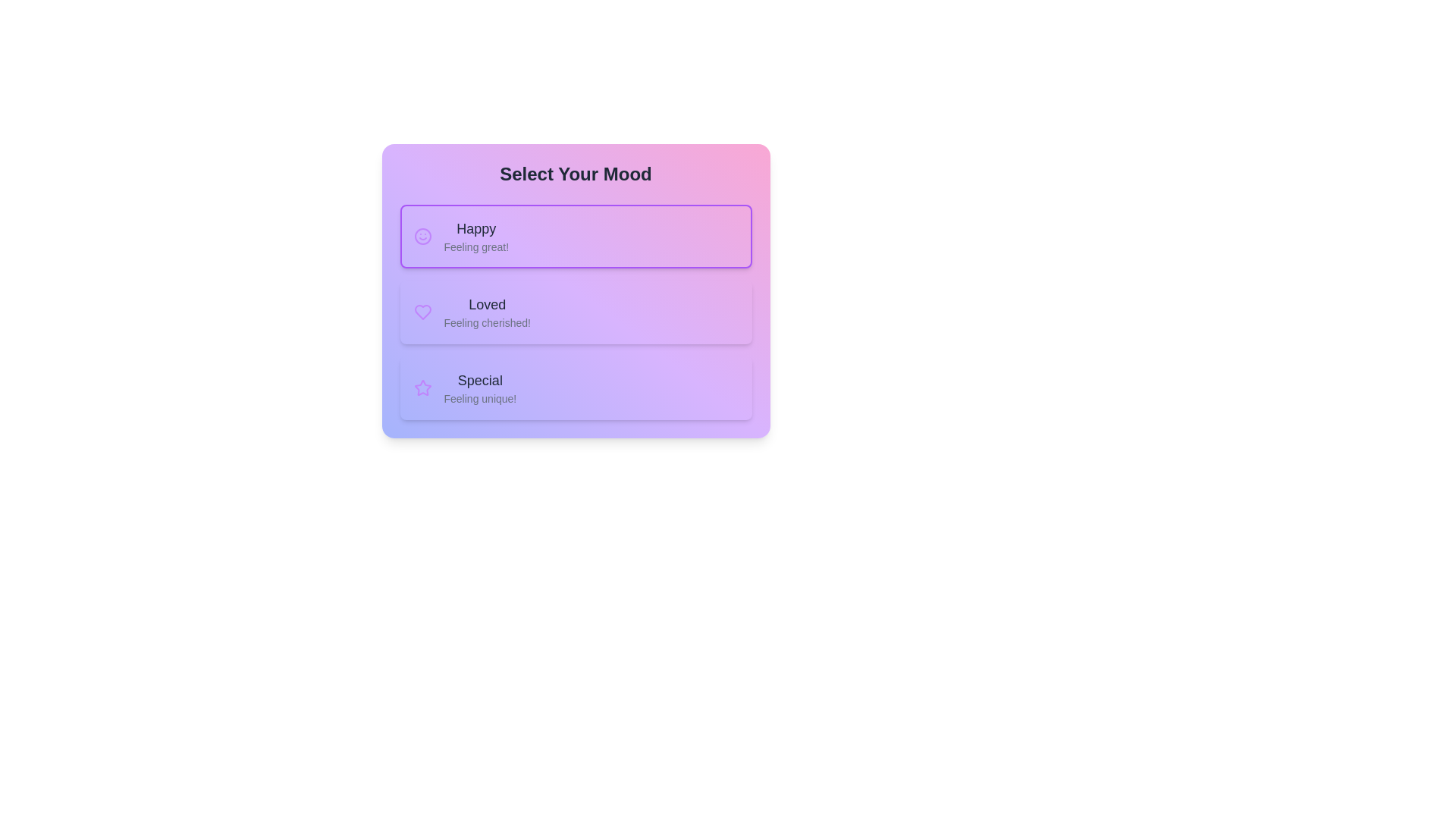  What do you see at coordinates (487, 322) in the screenshot?
I see `the Text Label that provides additional context to the 'Loved' option, which is located below the main 'Loved' text in the box` at bounding box center [487, 322].